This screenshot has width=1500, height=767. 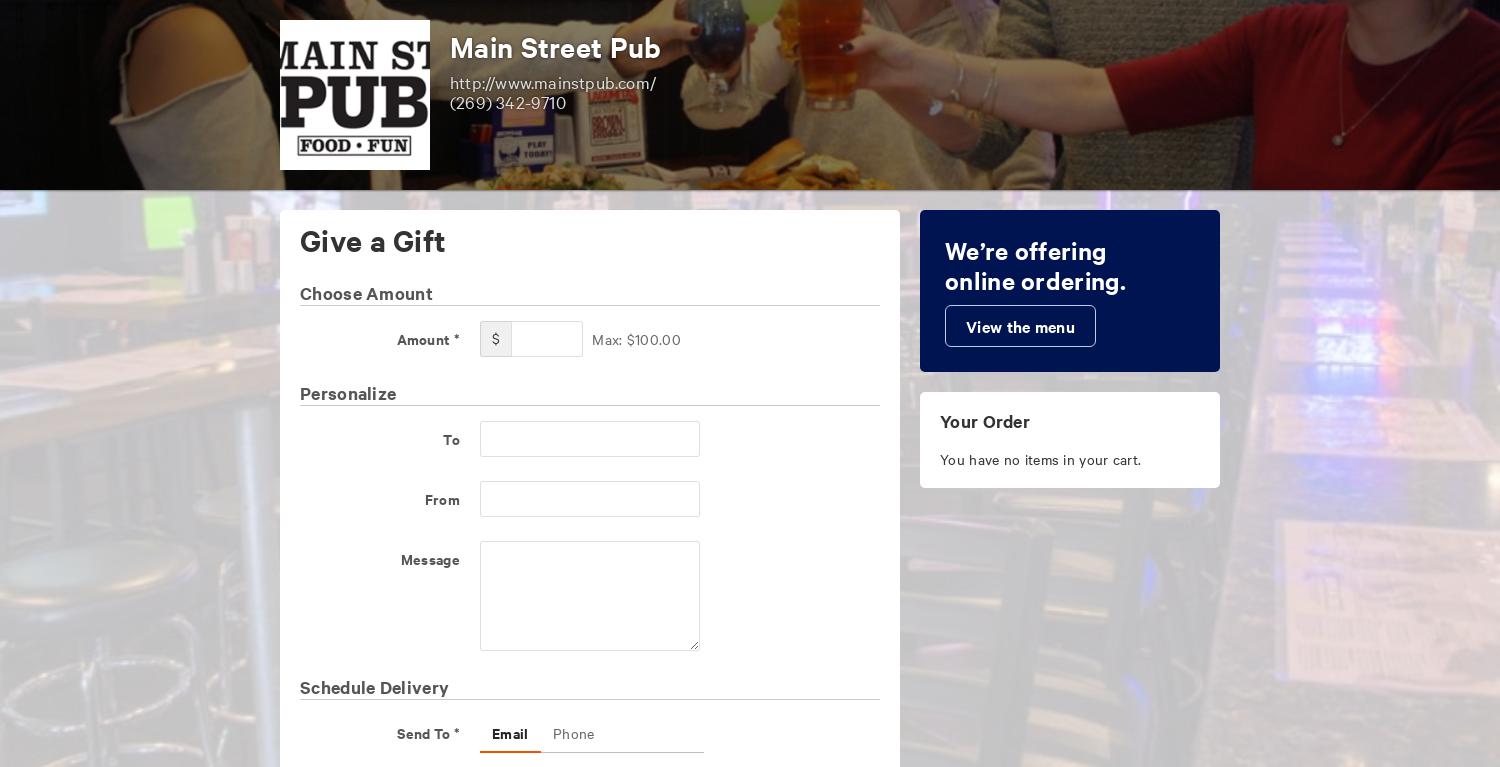 I want to click on 'Phone', so click(x=572, y=733).